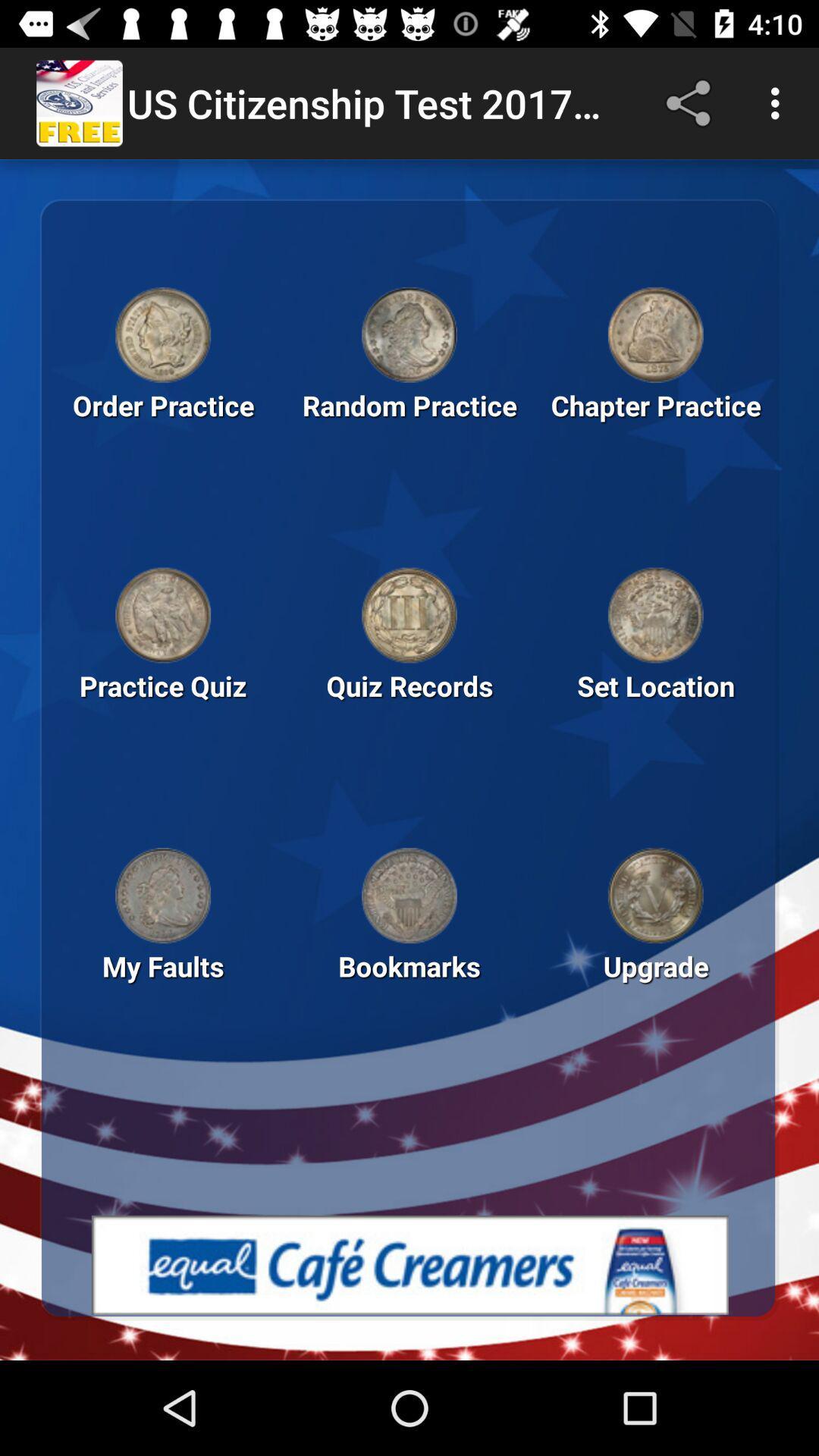 The image size is (819, 1456). What do you see at coordinates (654, 334) in the screenshot?
I see `information` at bounding box center [654, 334].